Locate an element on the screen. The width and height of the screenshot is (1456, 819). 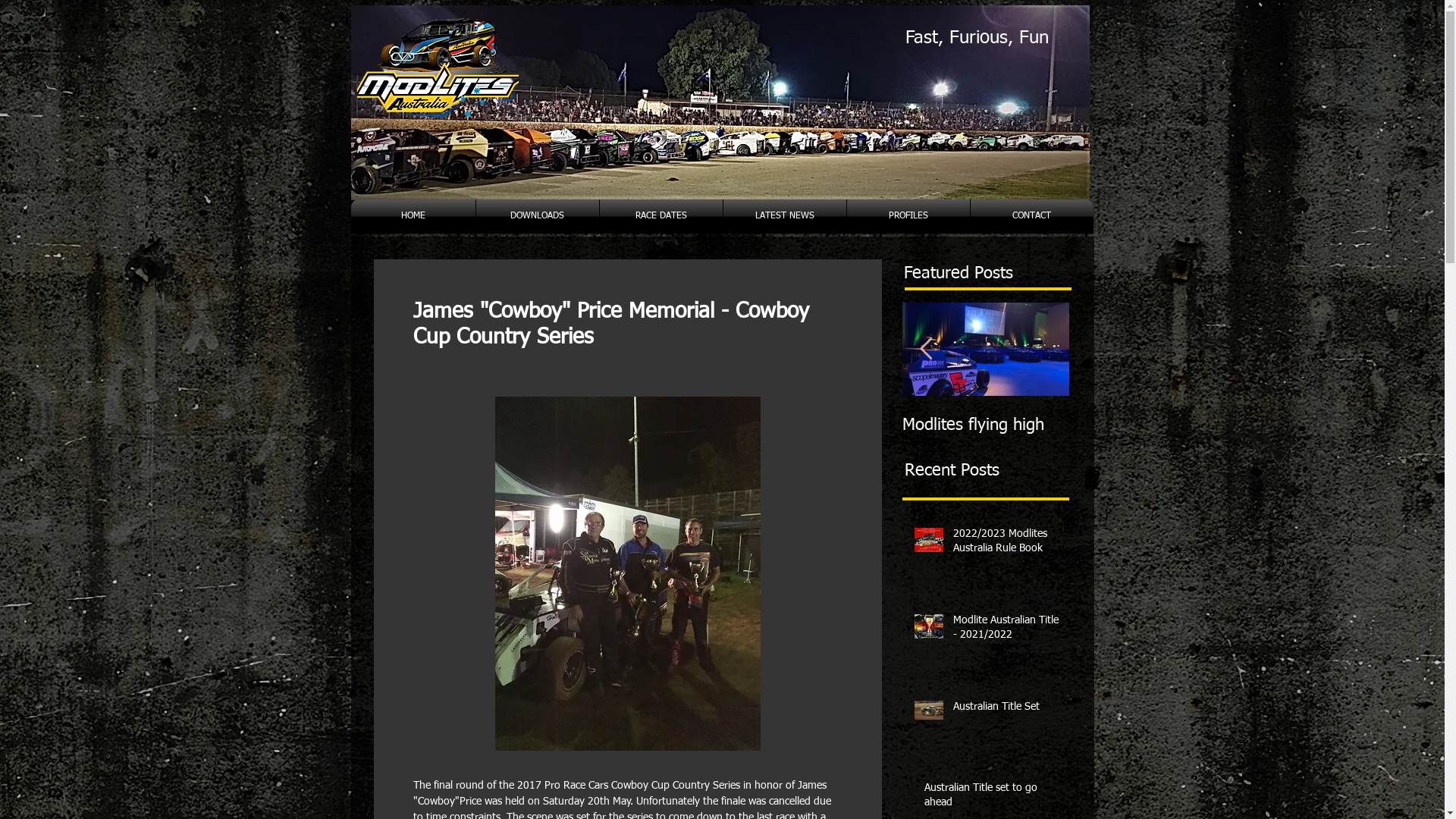
'DOWNLOADS' is located at coordinates (538, 216).